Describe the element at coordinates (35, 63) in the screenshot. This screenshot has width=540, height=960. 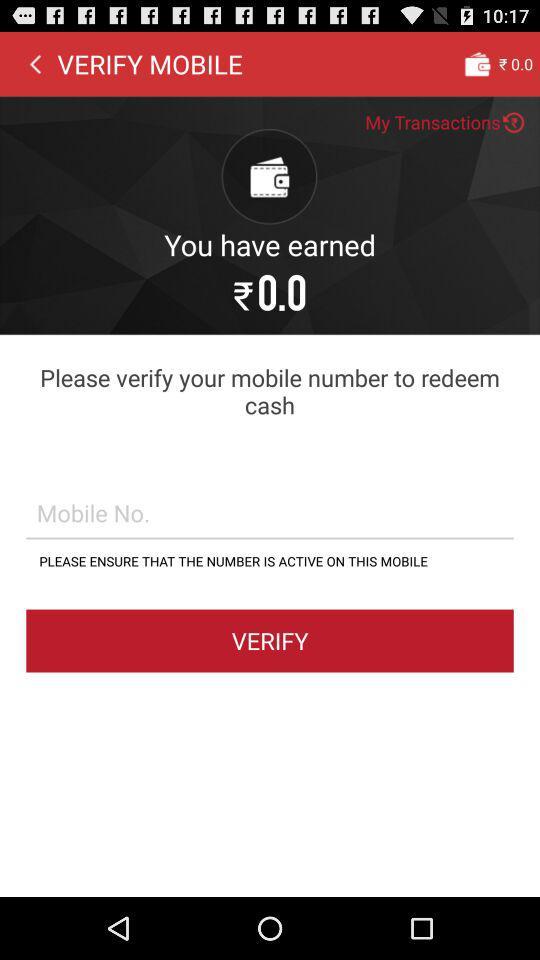
I see `item above the please verify your` at that location.